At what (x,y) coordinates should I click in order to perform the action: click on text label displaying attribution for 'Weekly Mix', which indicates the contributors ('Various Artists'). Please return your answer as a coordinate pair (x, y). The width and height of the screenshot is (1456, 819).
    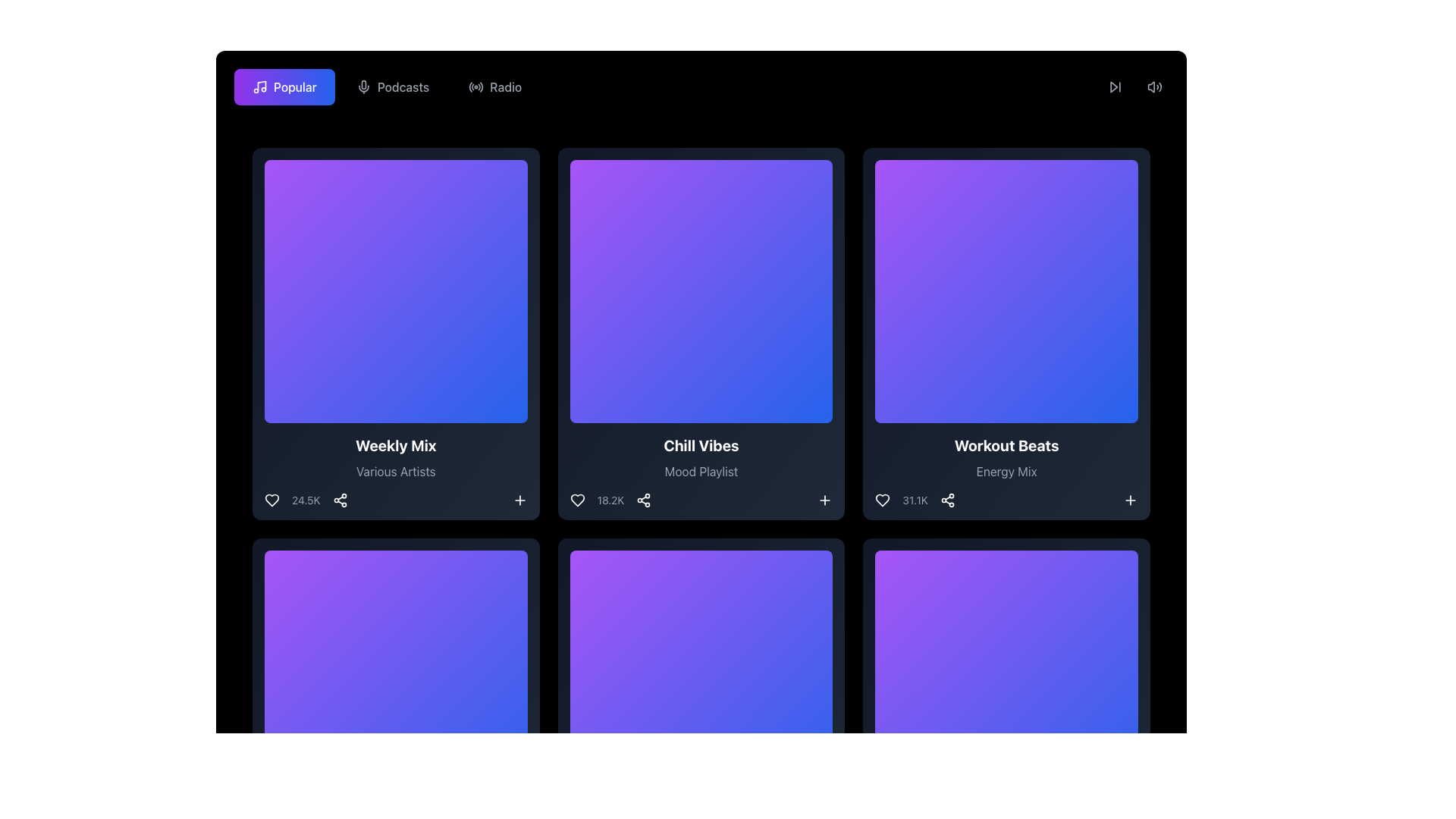
    Looking at the image, I should click on (396, 470).